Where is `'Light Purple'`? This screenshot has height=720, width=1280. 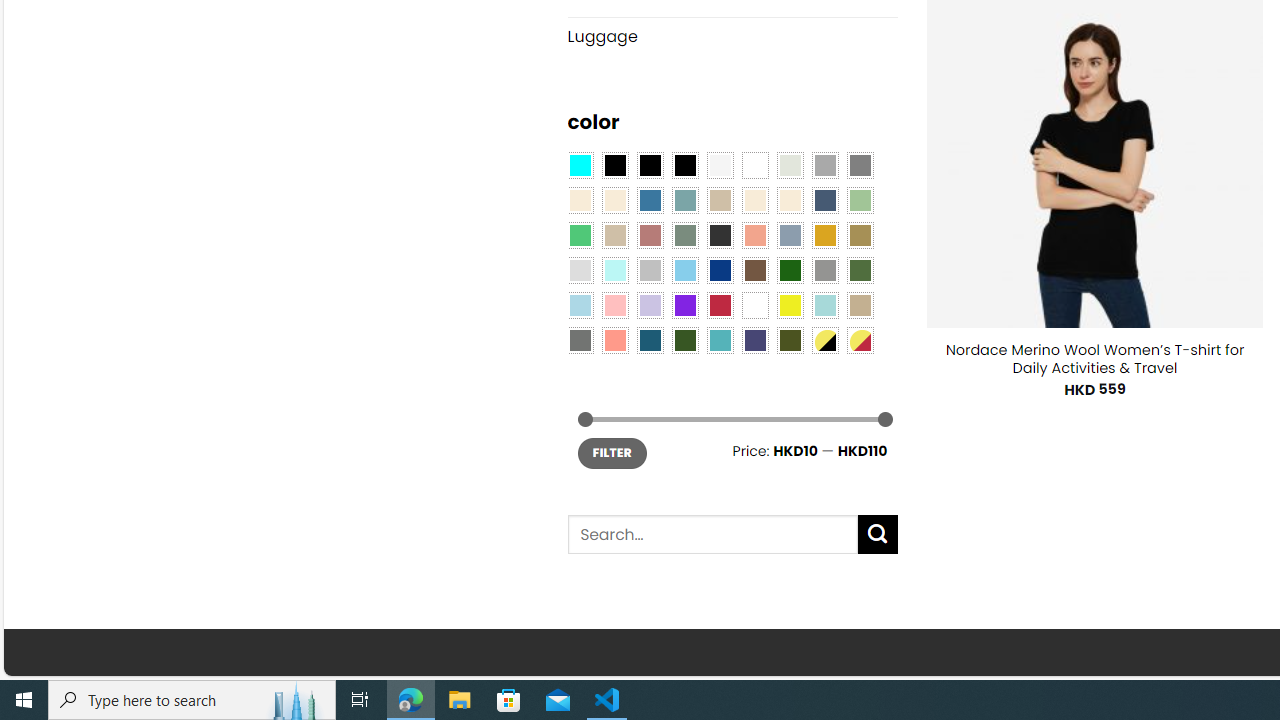
'Light Purple' is located at coordinates (650, 305).